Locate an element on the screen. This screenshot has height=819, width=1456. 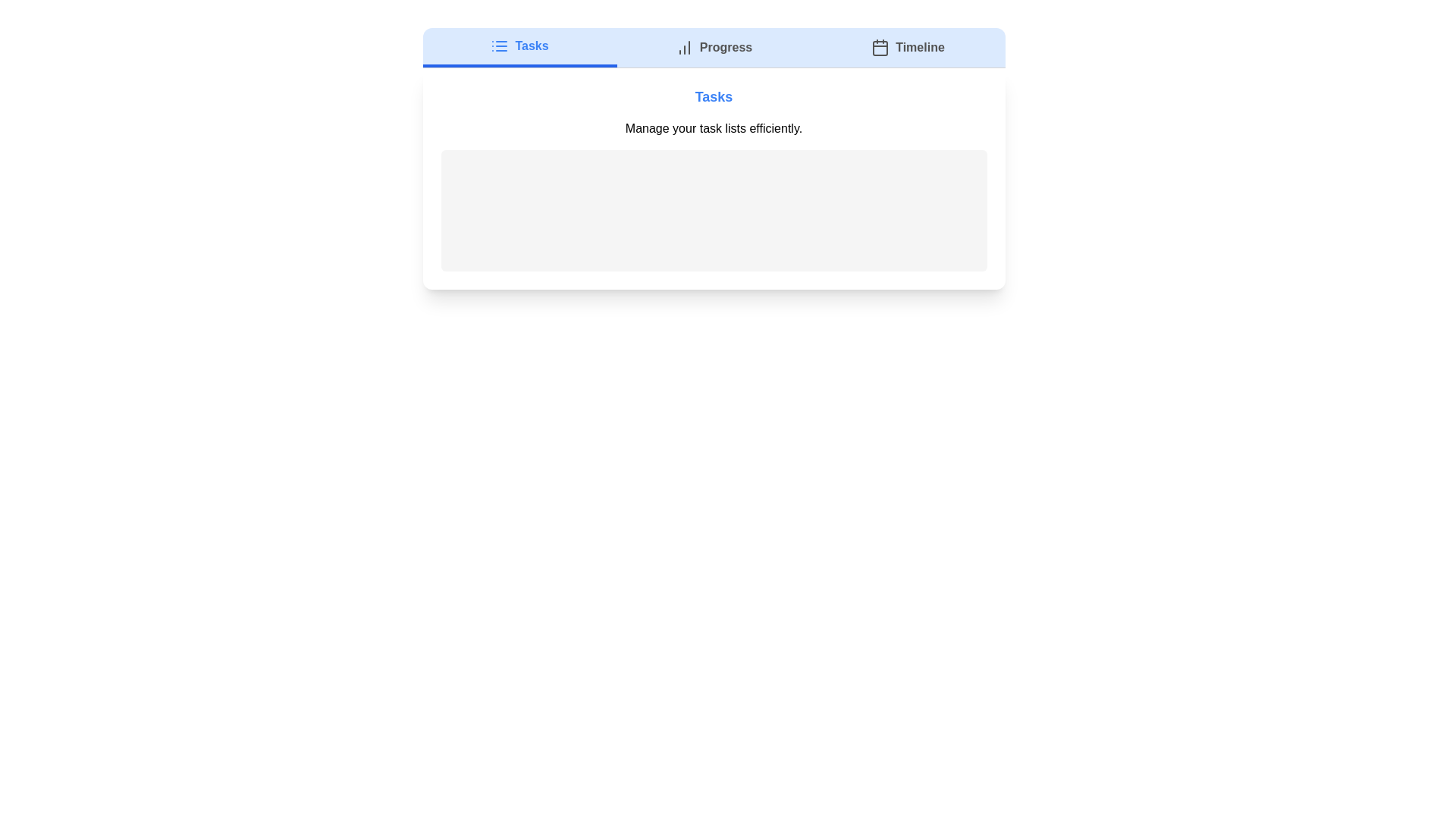
the icon representing the 'Tasks' tab, which consists of three horizontal lines with circular markers on the left, located in the tabbed navigation bar at the top of the interface is located at coordinates (500, 45).